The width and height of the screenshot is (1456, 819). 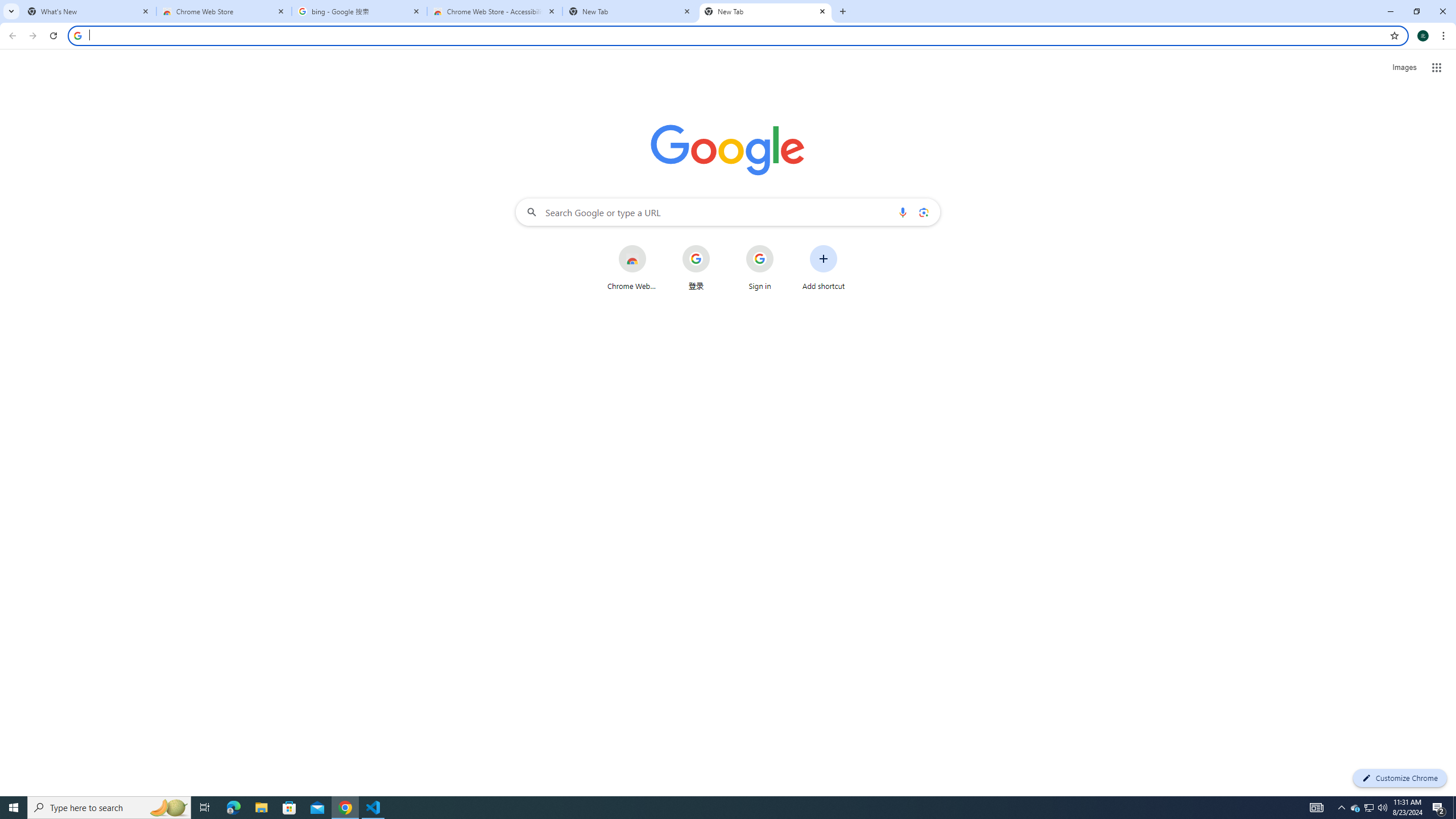 What do you see at coordinates (1444, 35) in the screenshot?
I see `'Chrome'` at bounding box center [1444, 35].